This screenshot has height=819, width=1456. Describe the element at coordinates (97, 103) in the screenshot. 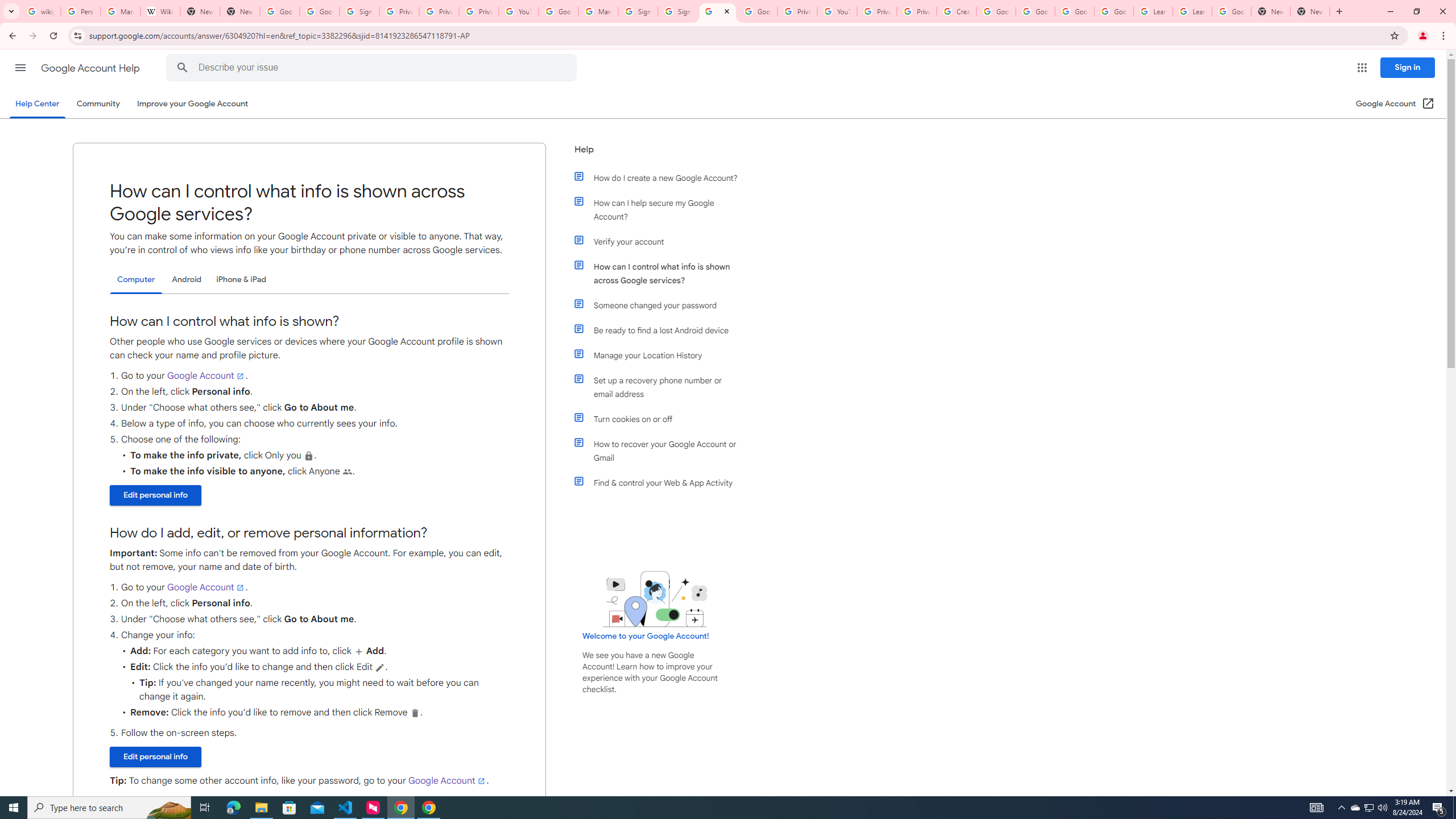

I see `'Community'` at that location.